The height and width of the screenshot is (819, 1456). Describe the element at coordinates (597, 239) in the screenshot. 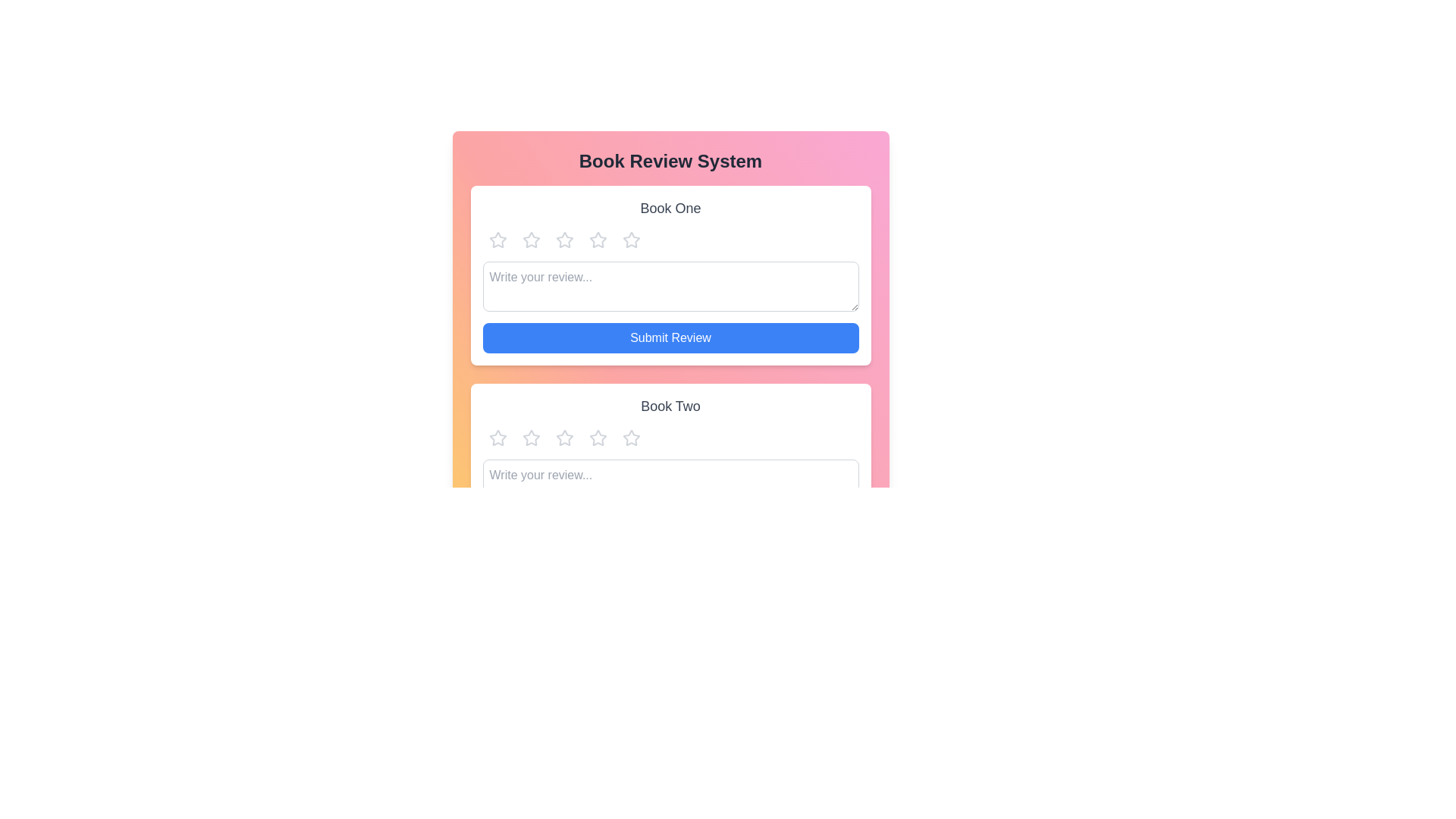

I see `the star corresponding to the desired rating 4 for the first book` at that location.